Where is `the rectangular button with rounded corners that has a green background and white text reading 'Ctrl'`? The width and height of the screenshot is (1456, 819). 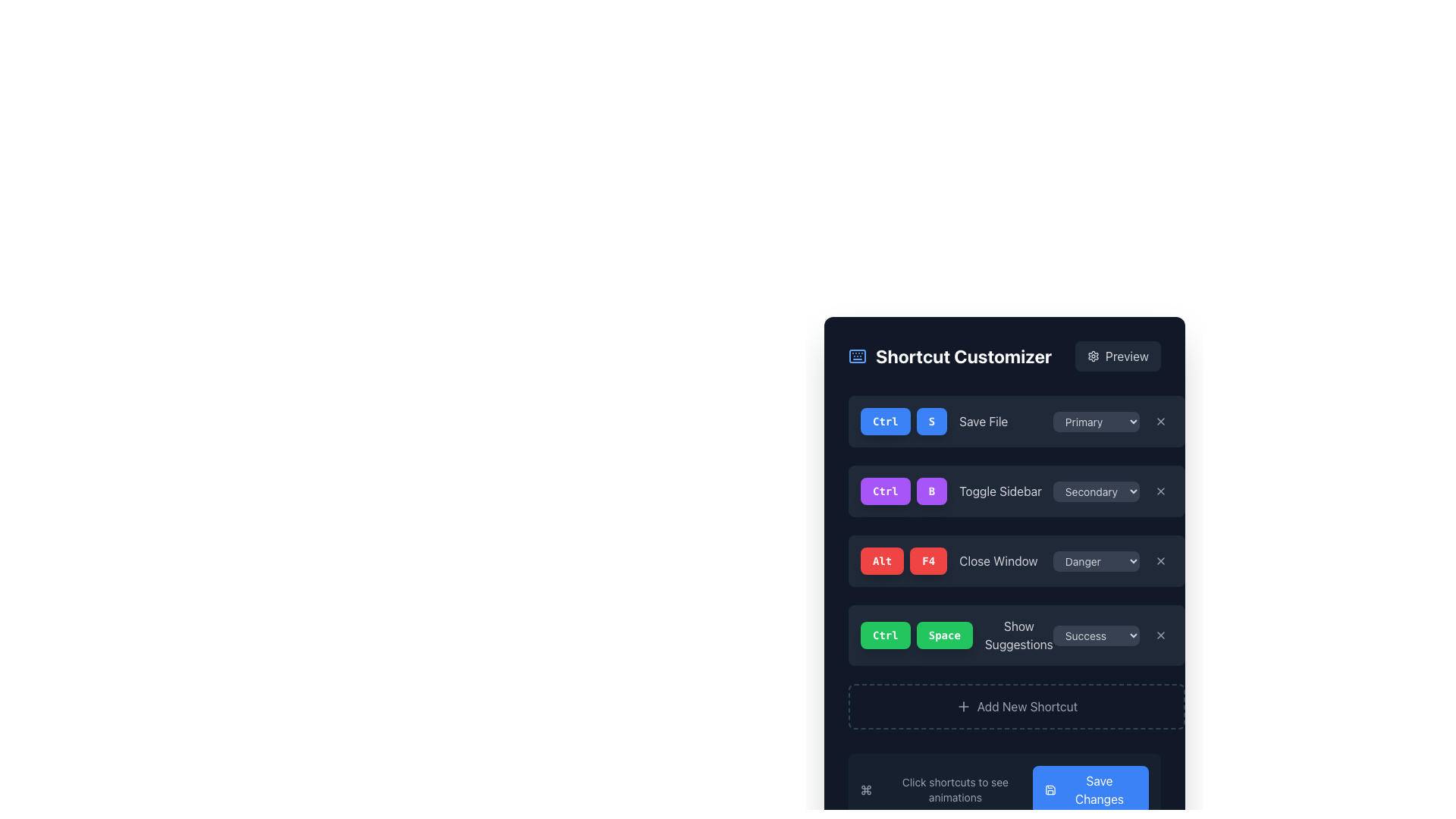
the rectangular button with rounded corners that has a green background and white text reading 'Ctrl' is located at coordinates (885, 635).